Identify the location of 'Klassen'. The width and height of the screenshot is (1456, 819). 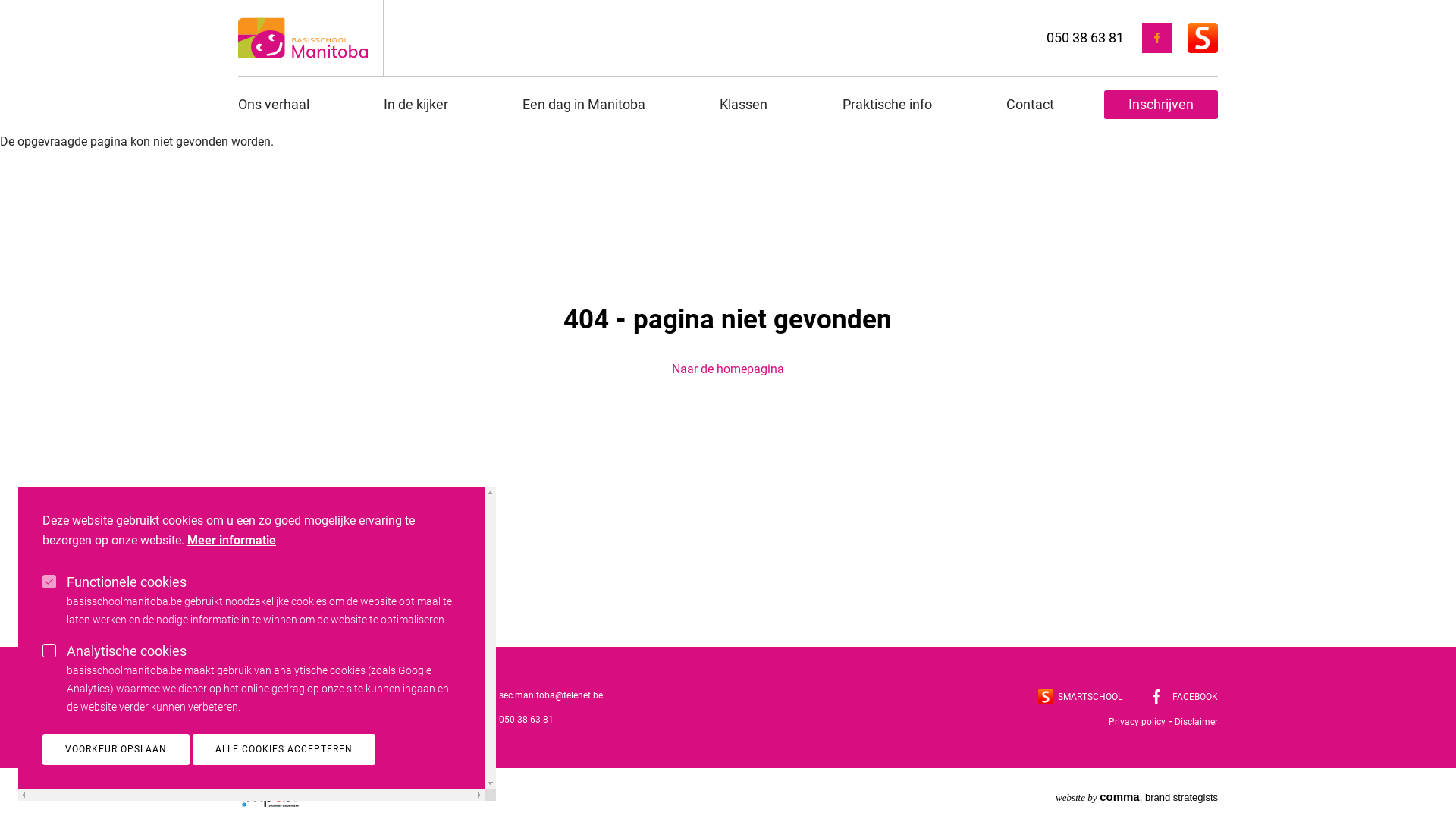
(694, 104).